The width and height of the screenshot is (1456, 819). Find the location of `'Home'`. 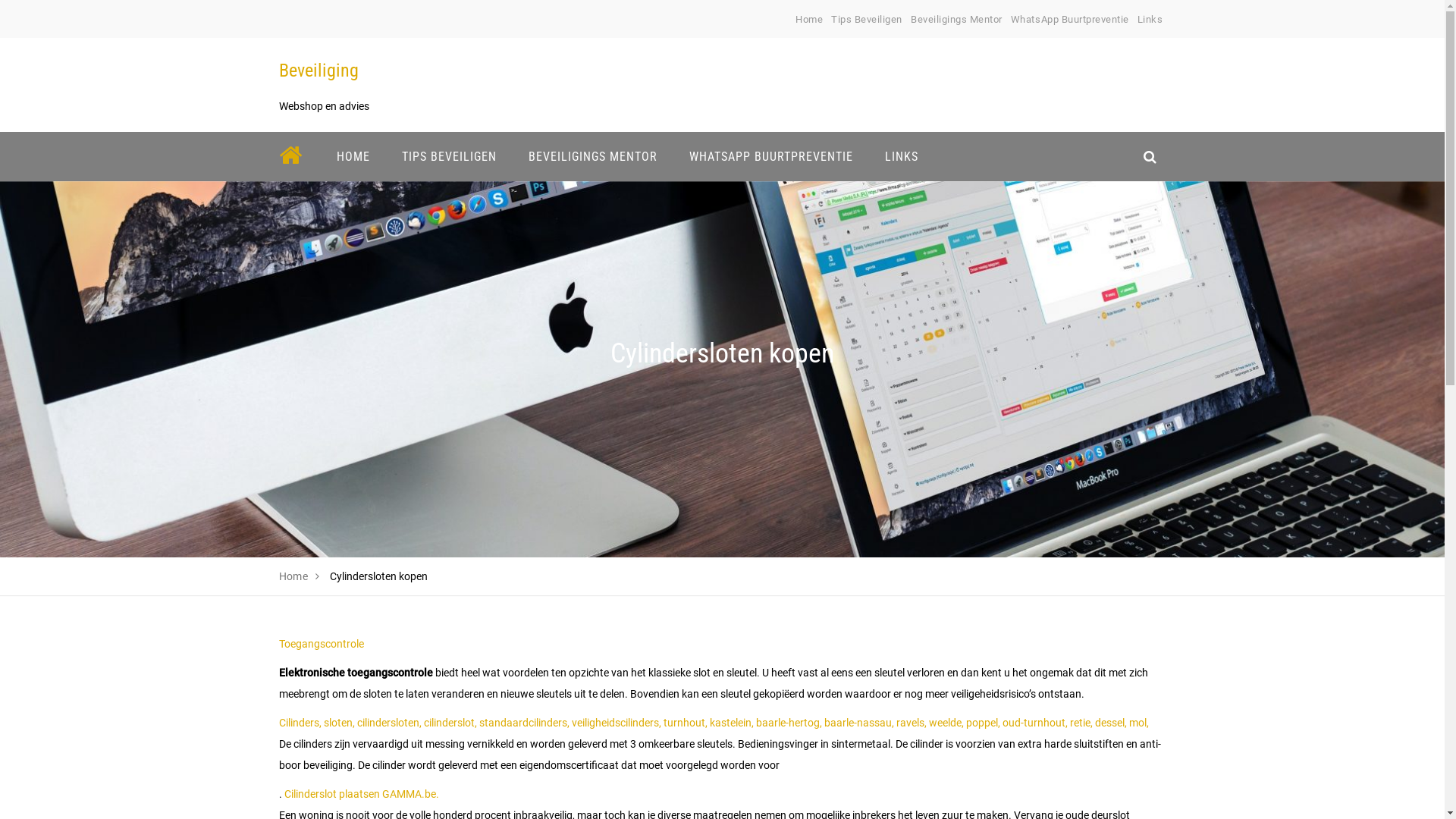

'Home' is located at coordinates (293, 576).